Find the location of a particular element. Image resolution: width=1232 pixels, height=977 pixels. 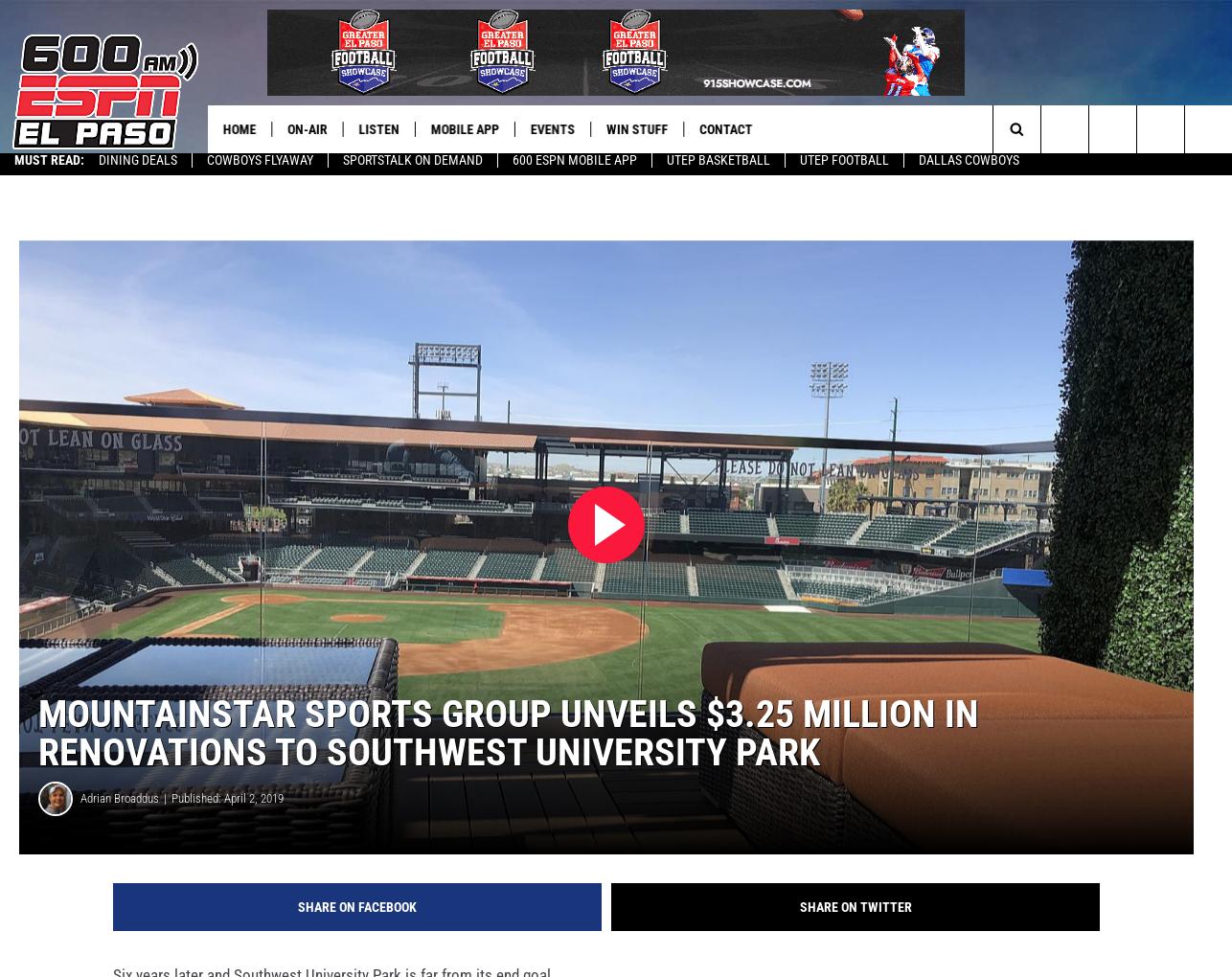

'Contact' is located at coordinates (733, 129).